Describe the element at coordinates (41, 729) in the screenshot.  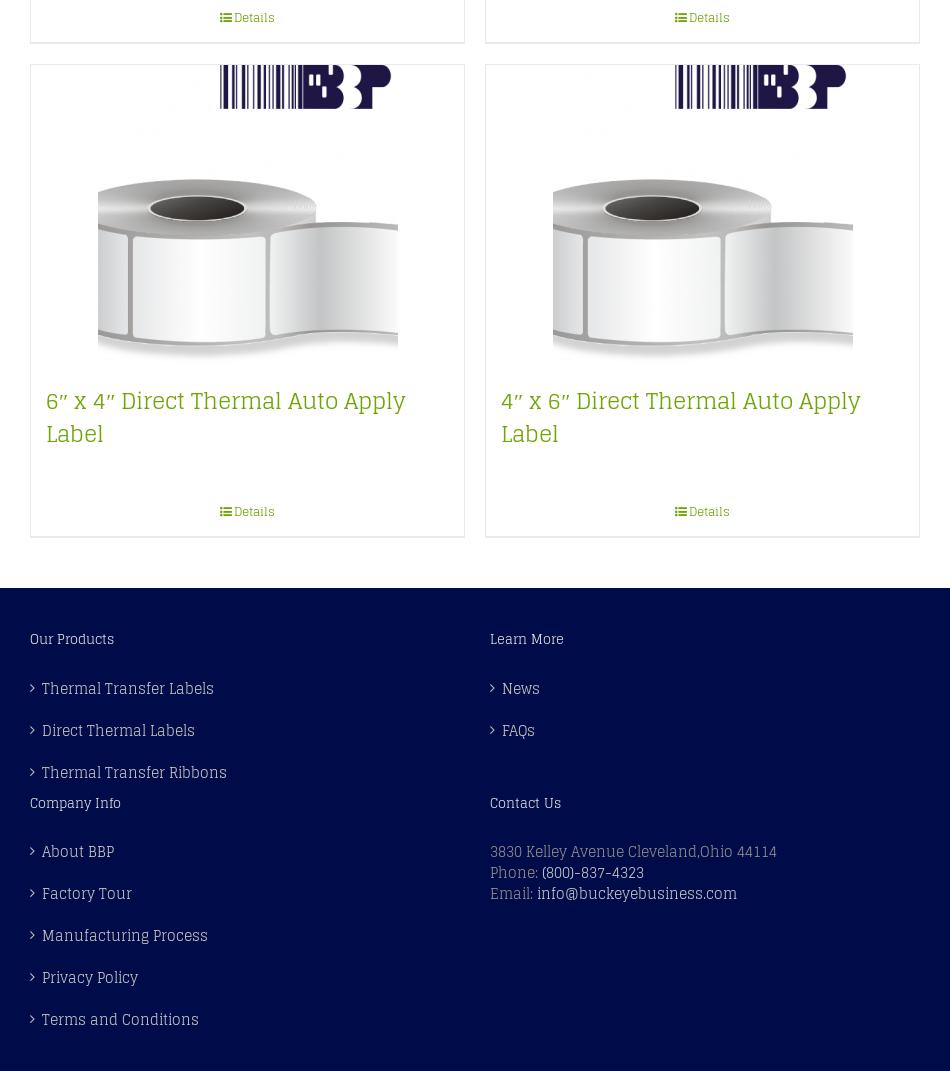
I see `'Direct Thermal Labels'` at that location.